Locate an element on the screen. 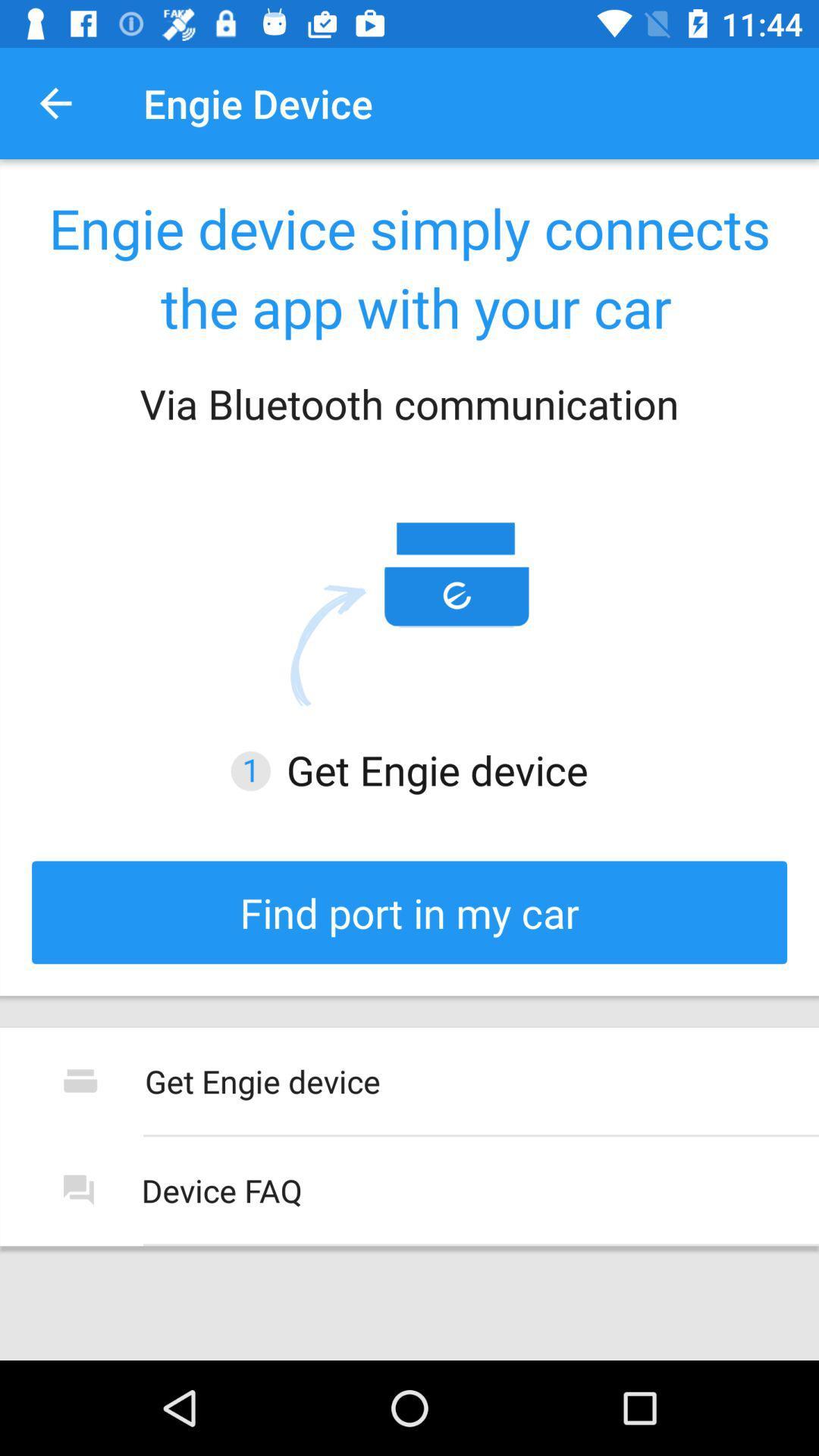 The image size is (819, 1456). item above the get engie device item is located at coordinates (409, 912).